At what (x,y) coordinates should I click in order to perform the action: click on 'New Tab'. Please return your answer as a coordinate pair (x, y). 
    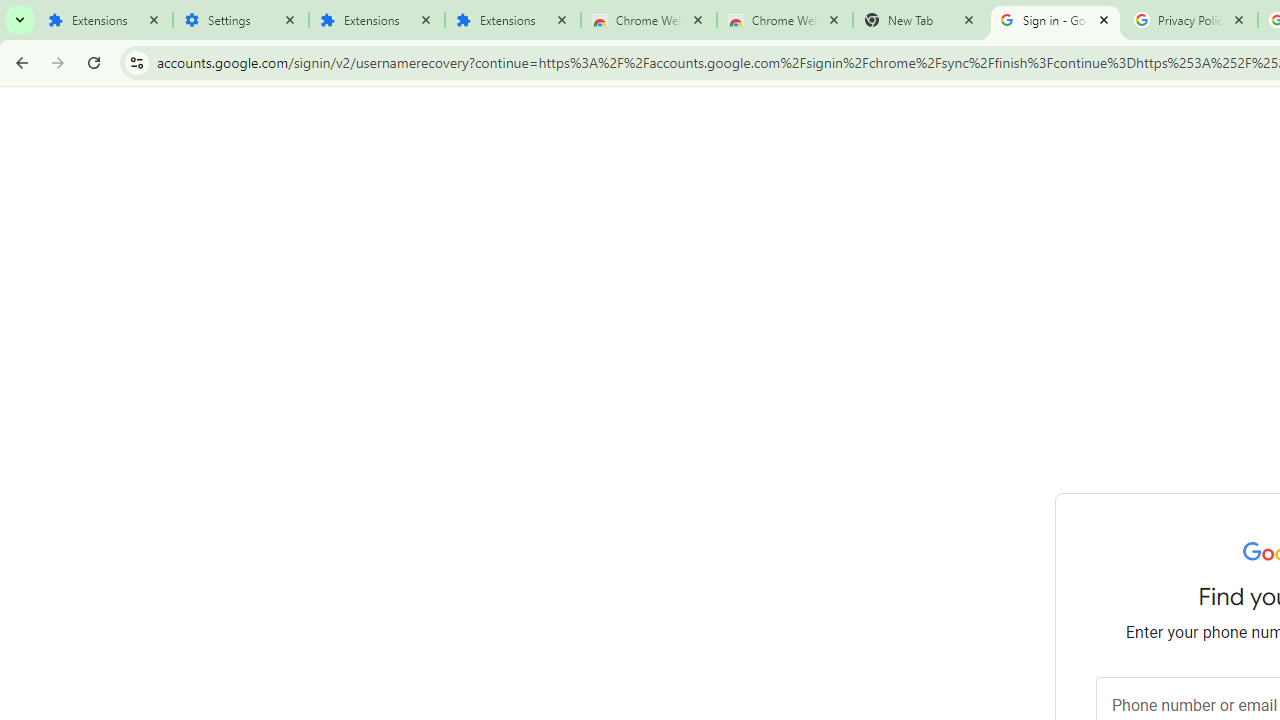
    Looking at the image, I should click on (919, 20).